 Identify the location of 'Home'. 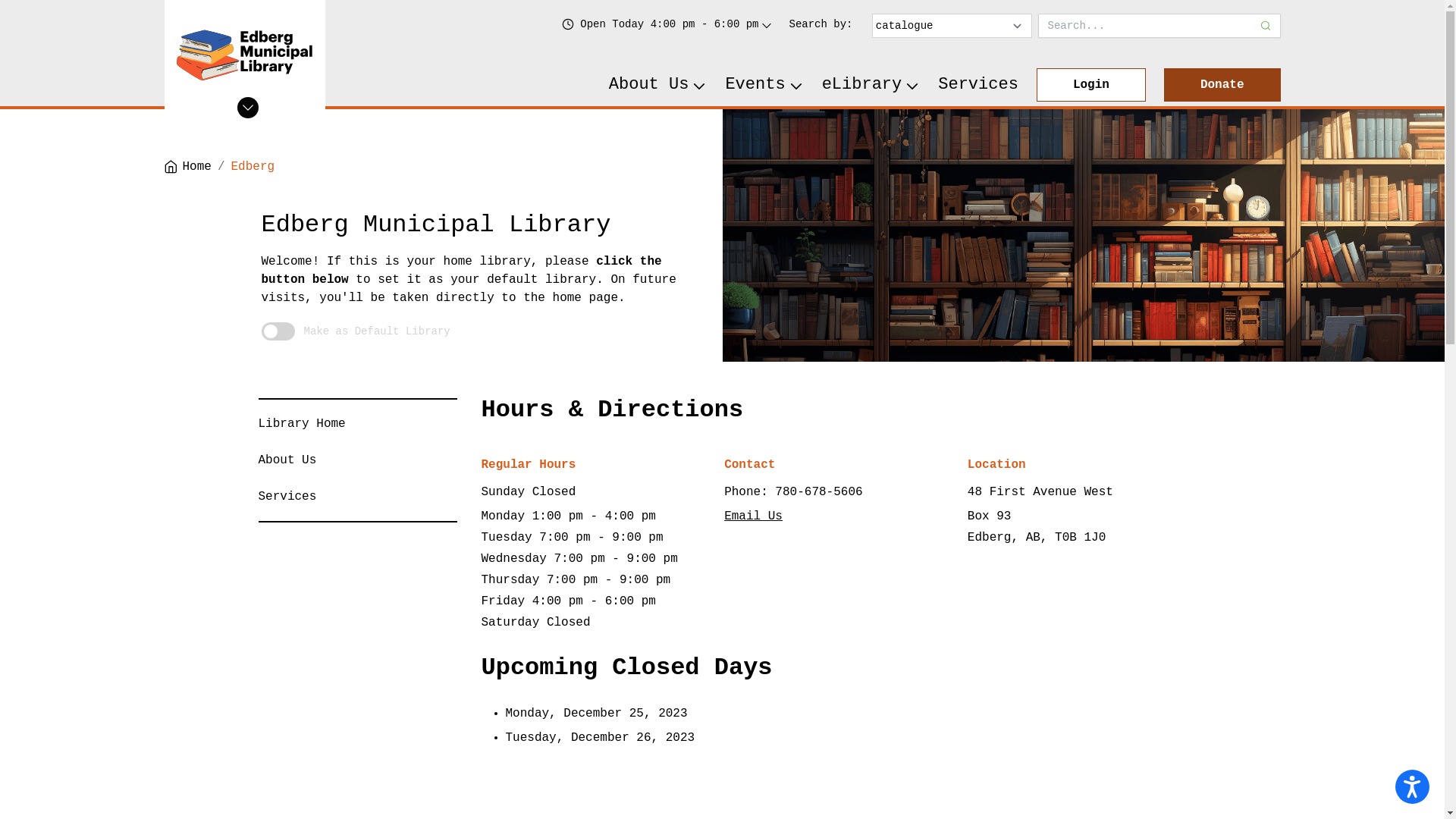
(186, 166).